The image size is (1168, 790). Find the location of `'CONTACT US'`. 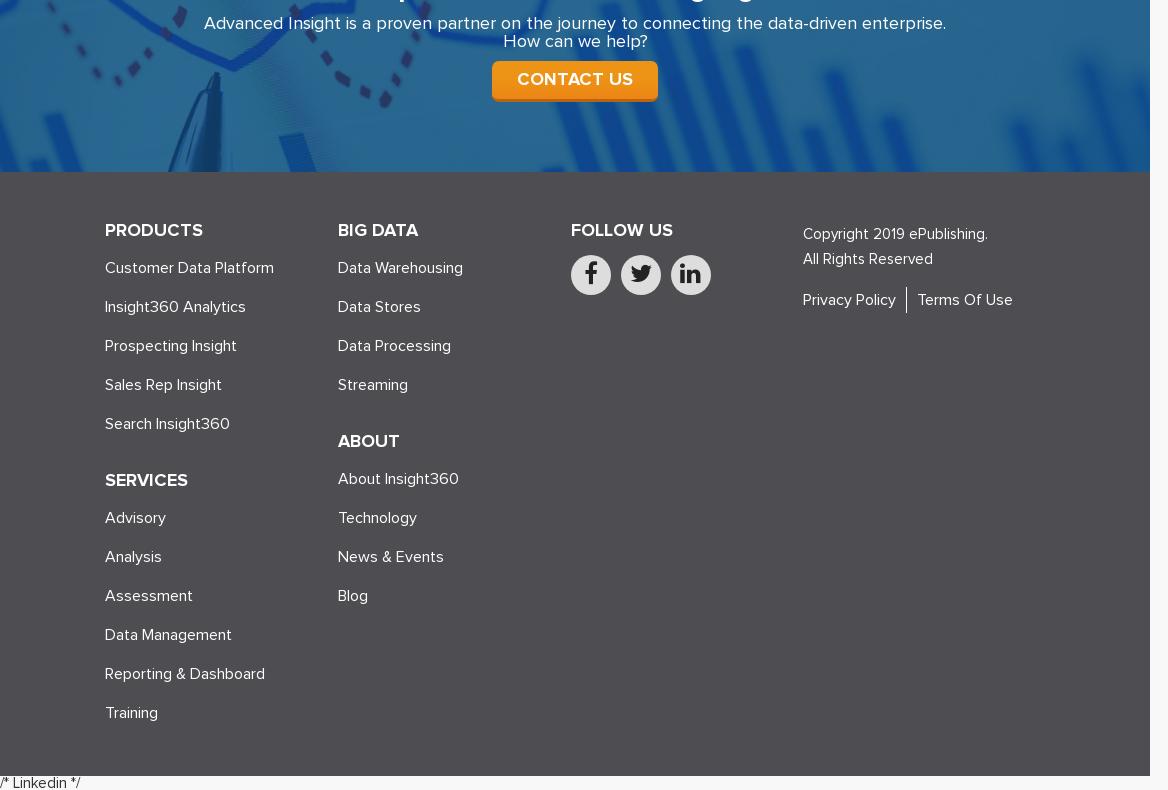

'CONTACT US' is located at coordinates (515, 80).